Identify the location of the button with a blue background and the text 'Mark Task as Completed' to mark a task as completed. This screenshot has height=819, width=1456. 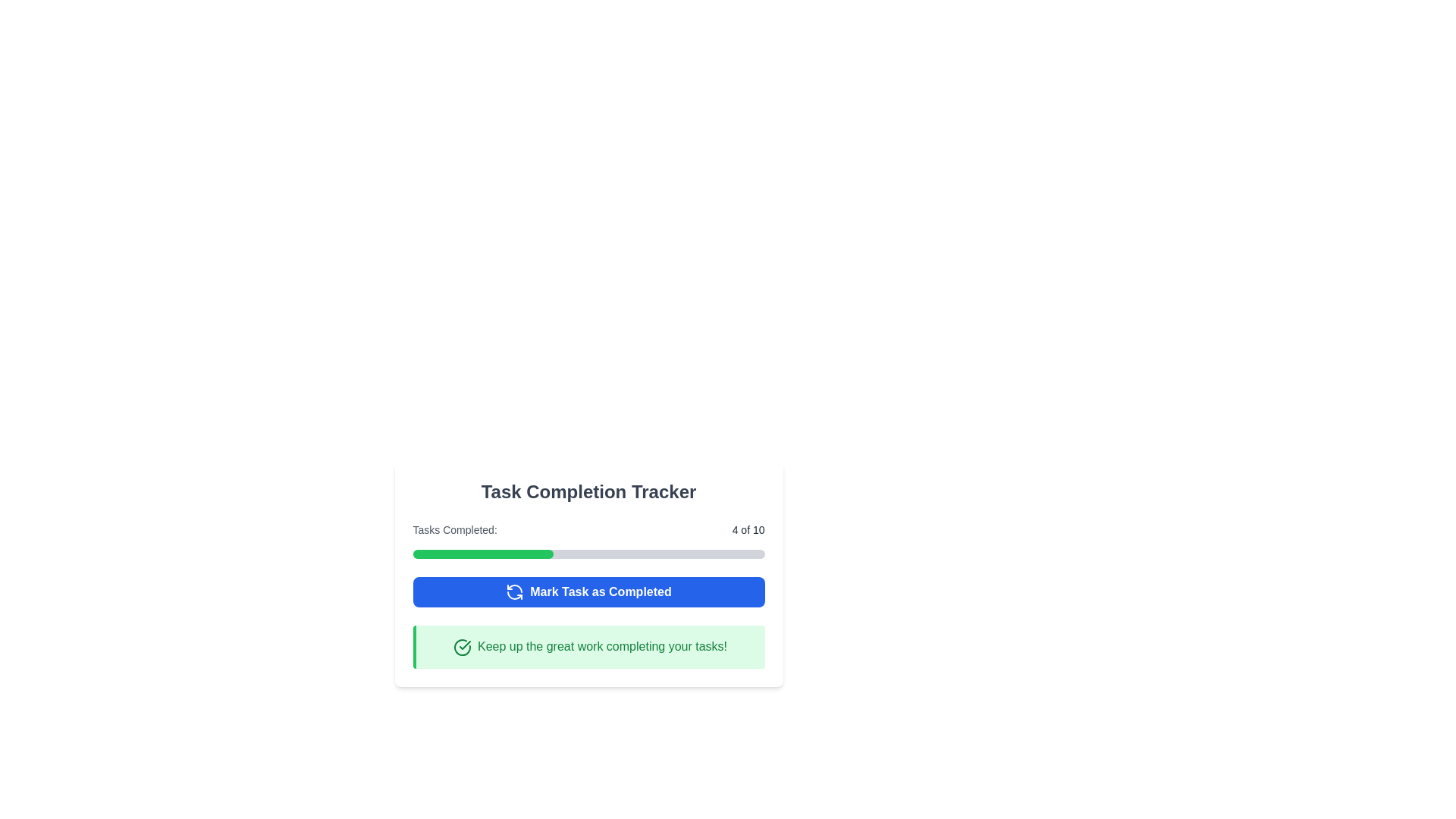
(588, 591).